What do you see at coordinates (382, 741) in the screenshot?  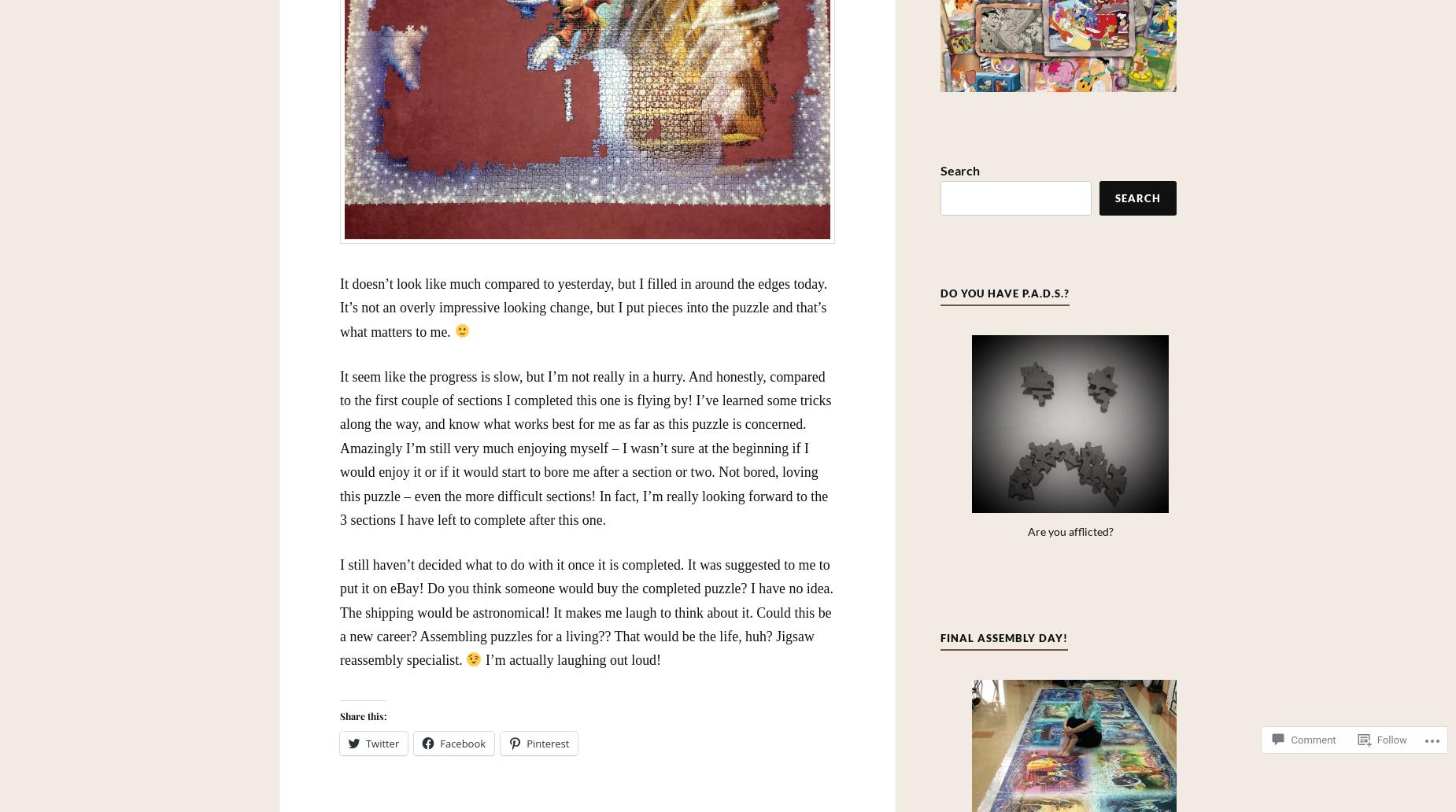 I see `'Twitter'` at bounding box center [382, 741].